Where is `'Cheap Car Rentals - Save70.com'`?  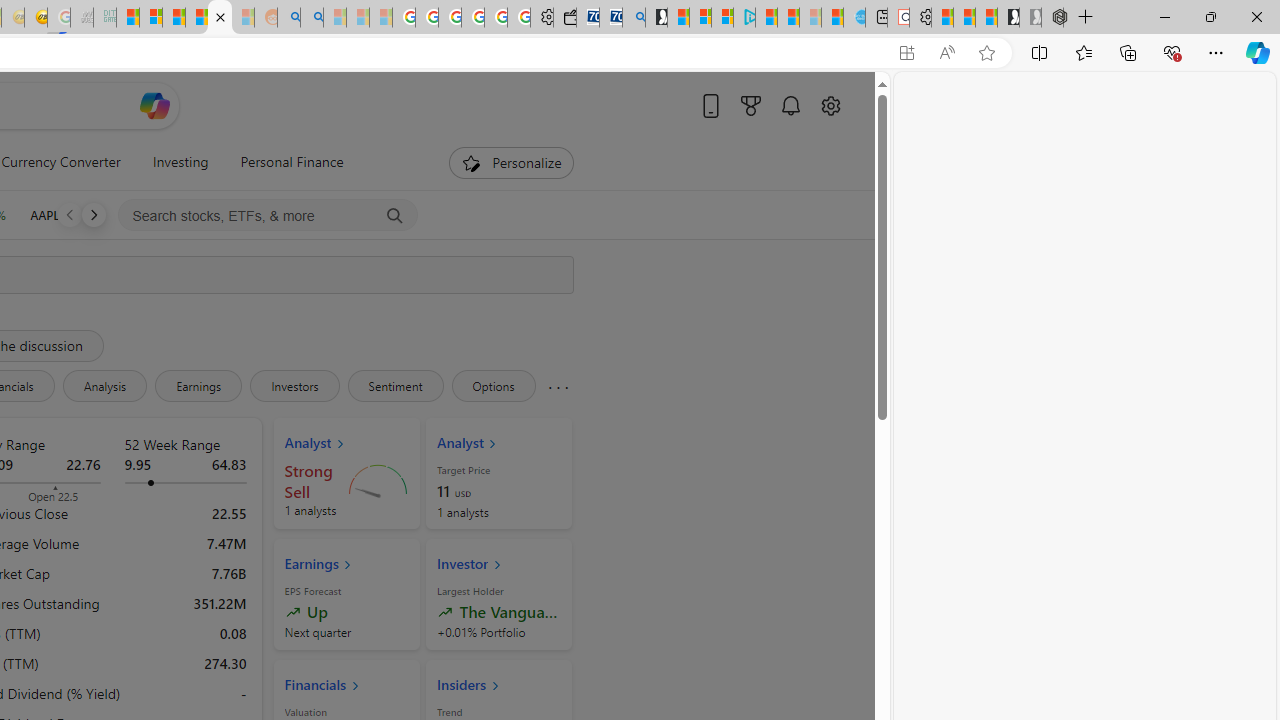
'Cheap Car Rentals - Save70.com' is located at coordinates (610, 17).